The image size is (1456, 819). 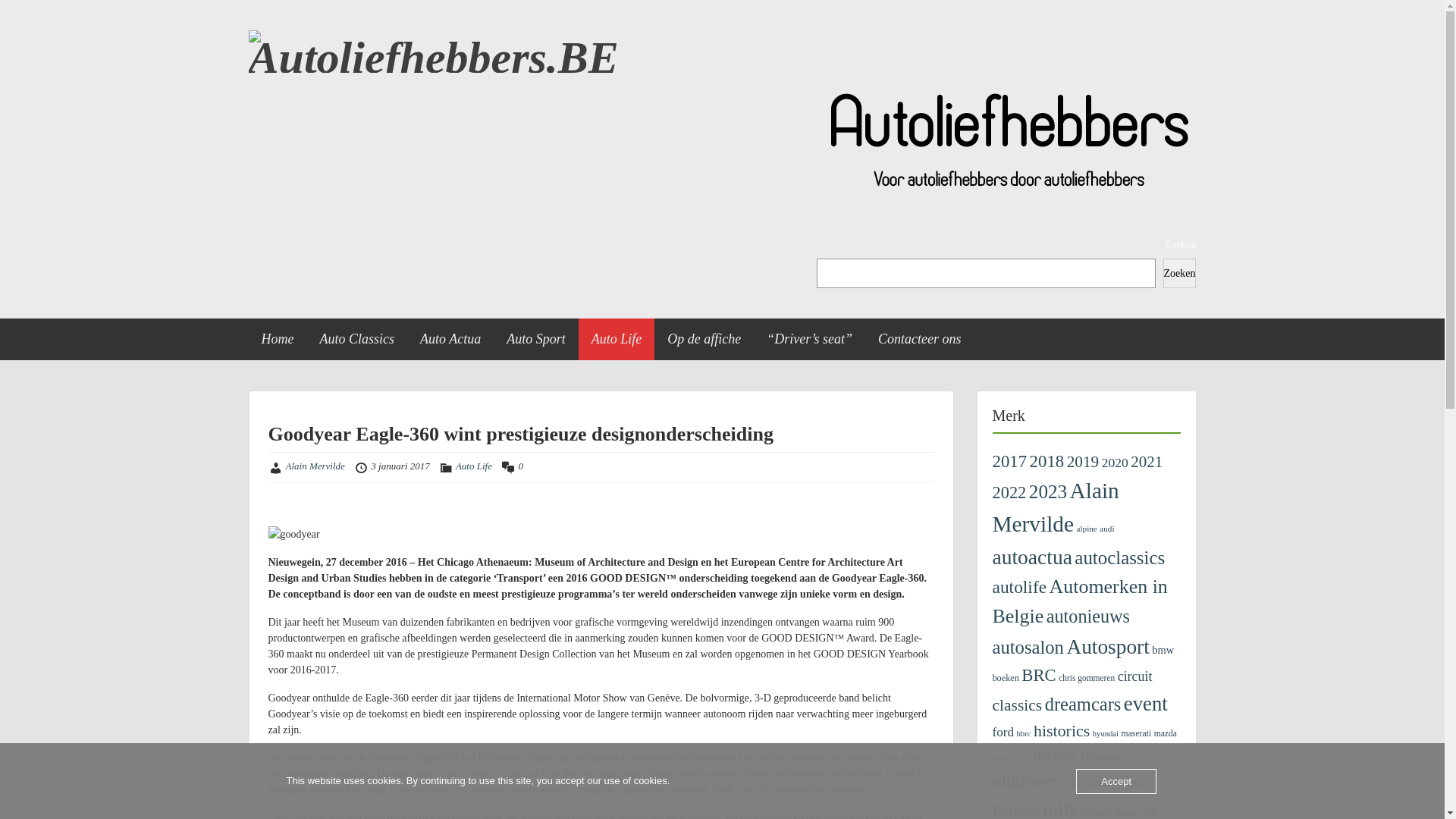 I want to click on '2019', so click(x=1081, y=461).